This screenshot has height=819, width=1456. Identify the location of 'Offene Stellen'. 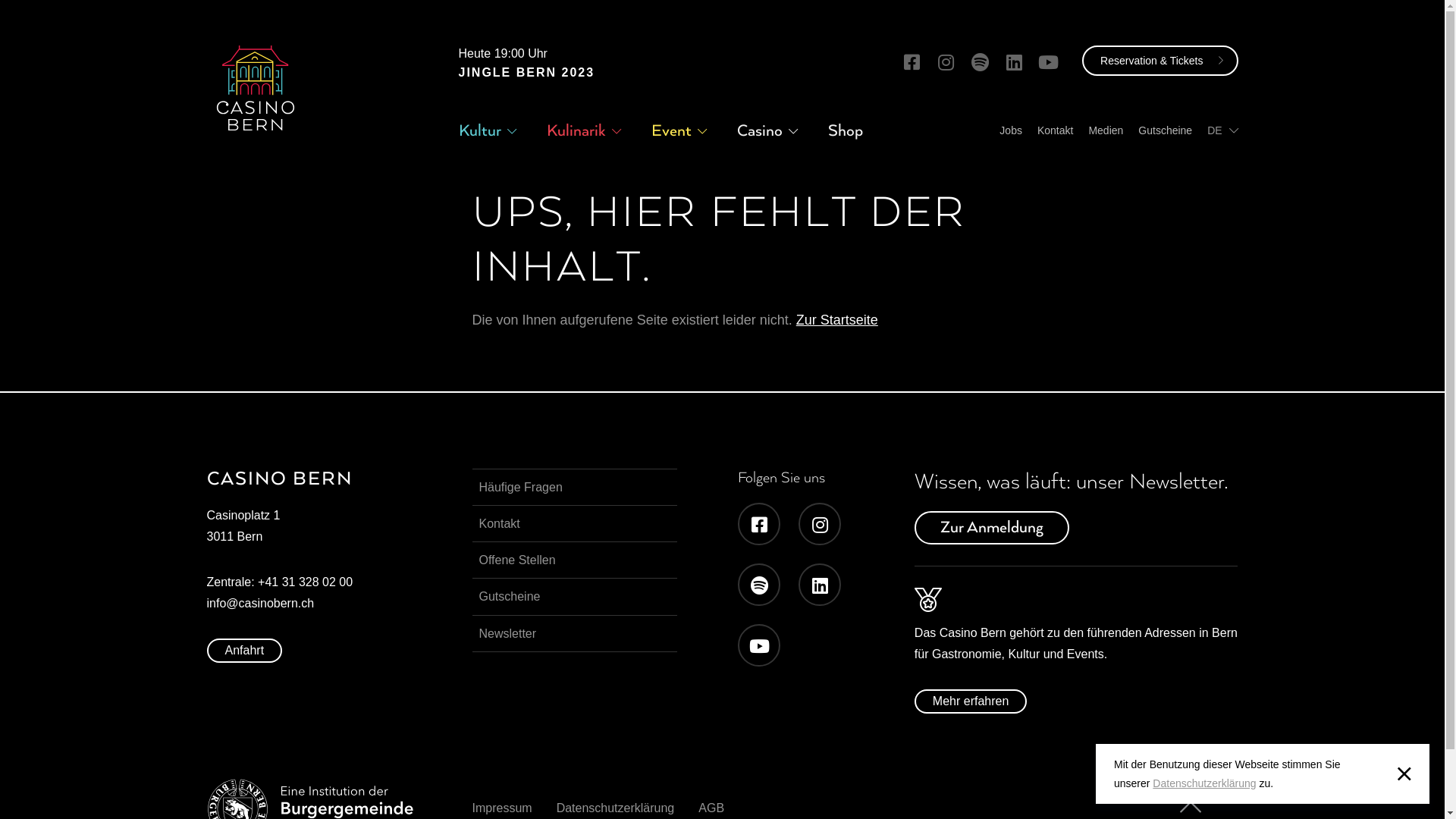
(573, 560).